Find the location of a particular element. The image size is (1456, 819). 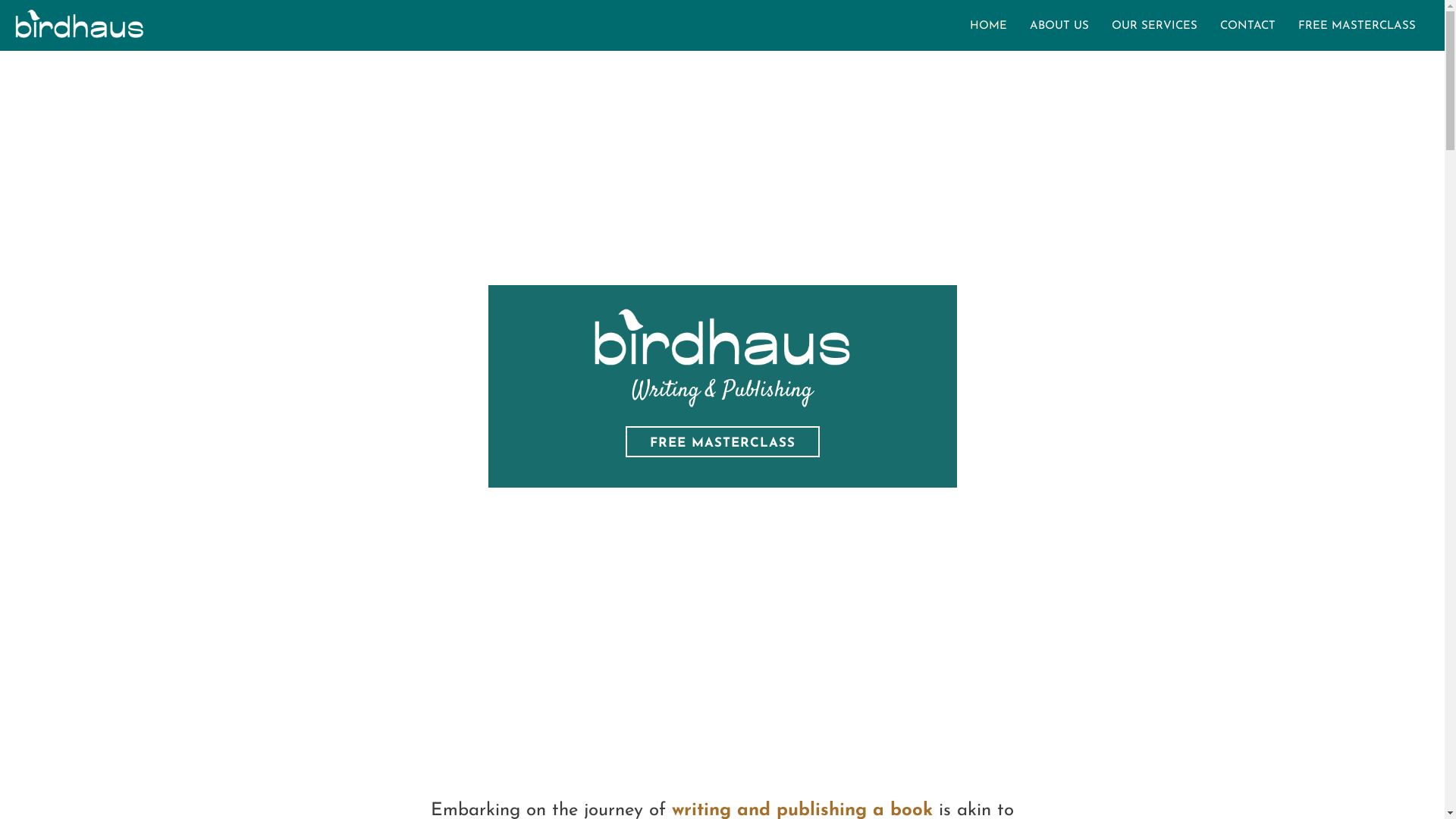

'OUR SERVICES' is located at coordinates (1153, 26).